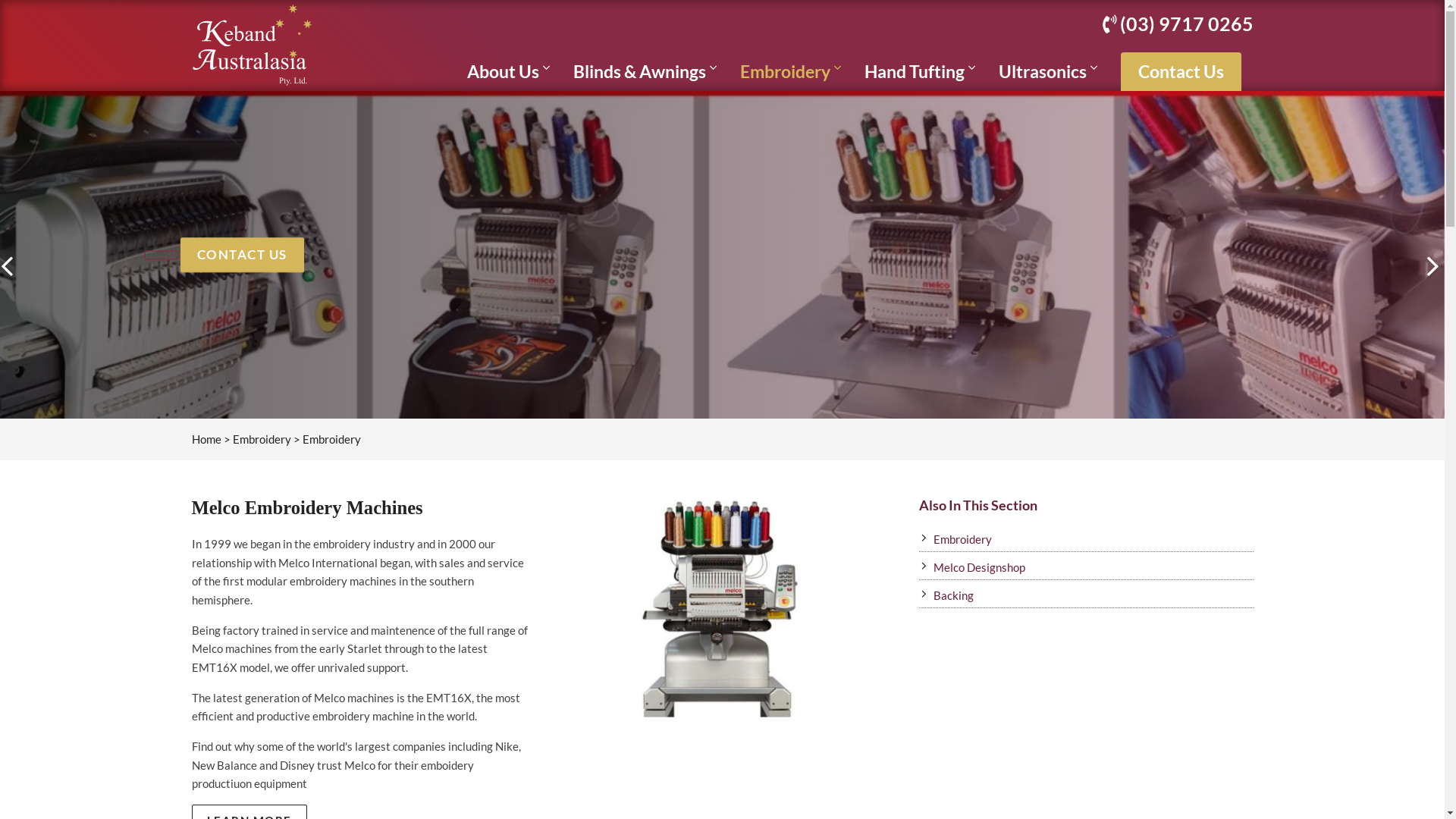 The width and height of the screenshot is (1456, 819). Describe the element at coordinates (180, 253) in the screenshot. I see `'CONTACT US'` at that location.